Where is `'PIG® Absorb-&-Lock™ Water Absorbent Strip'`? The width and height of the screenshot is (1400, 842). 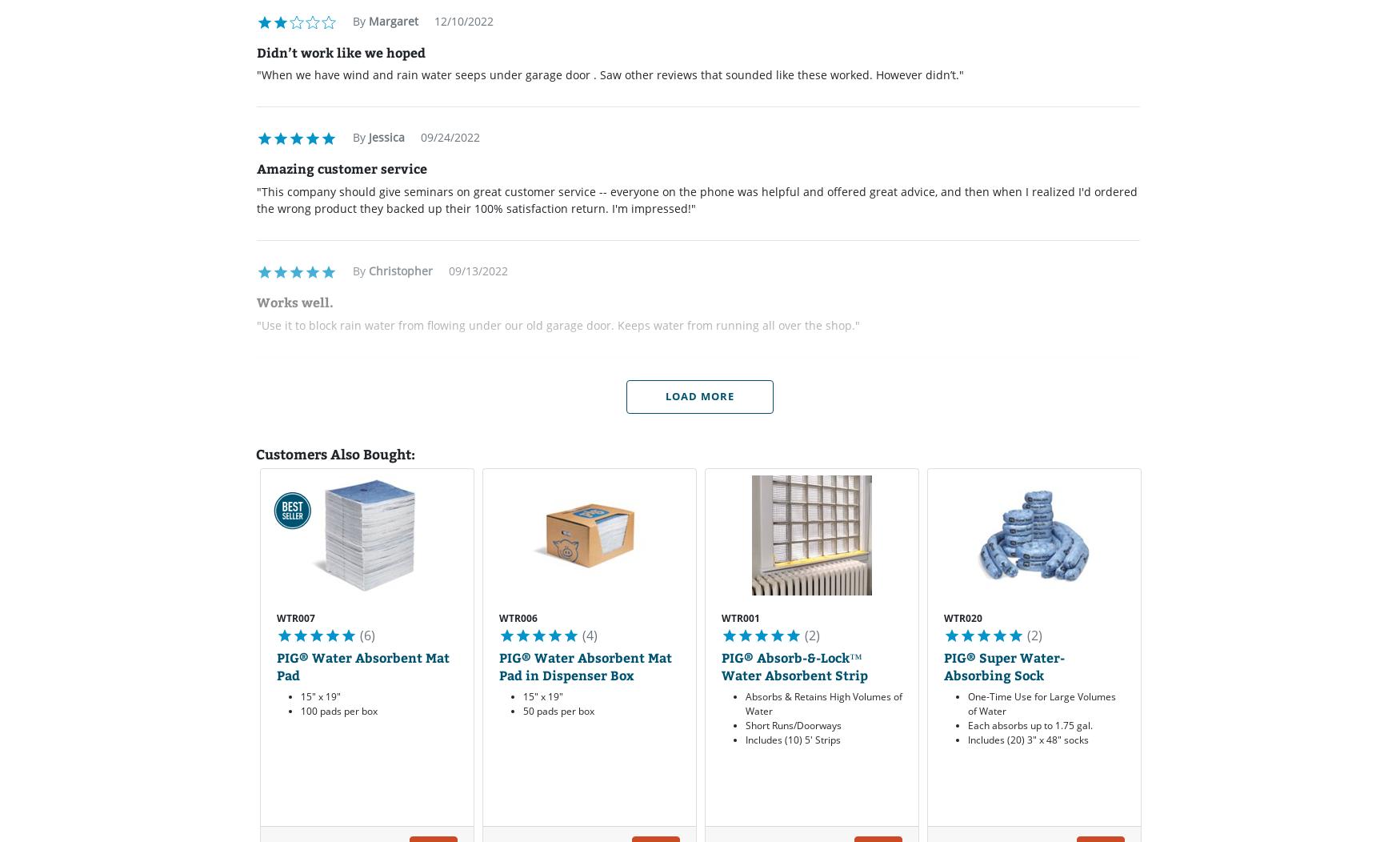 'PIG® Absorb-&-Lock™ Water Absorbent Strip' is located at coordinates (794, 666).